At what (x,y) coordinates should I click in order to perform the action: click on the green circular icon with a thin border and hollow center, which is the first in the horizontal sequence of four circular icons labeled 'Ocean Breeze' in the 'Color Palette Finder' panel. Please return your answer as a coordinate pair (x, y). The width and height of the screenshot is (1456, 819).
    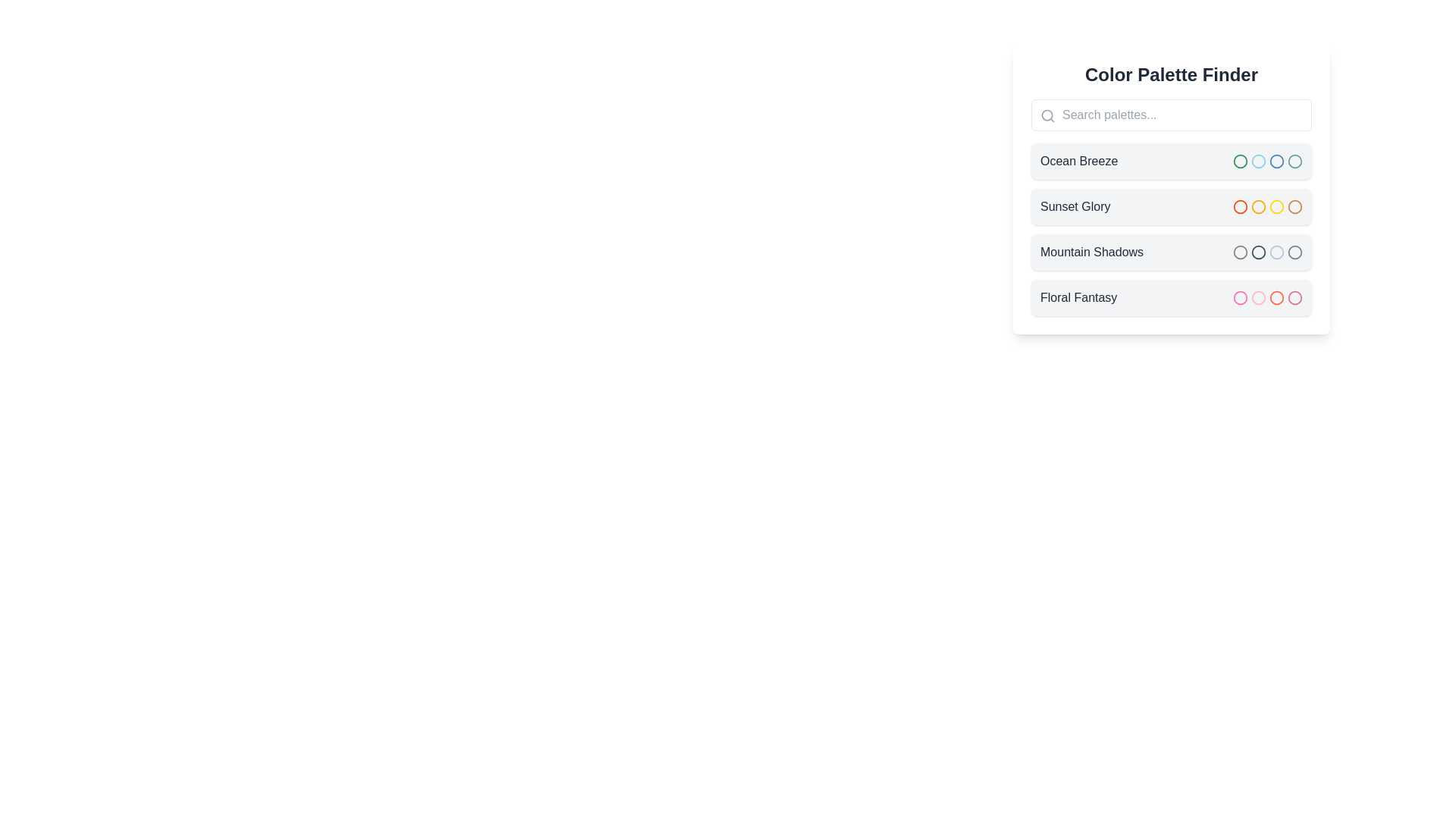
    Looking at the image, I should click on (1241, 161).